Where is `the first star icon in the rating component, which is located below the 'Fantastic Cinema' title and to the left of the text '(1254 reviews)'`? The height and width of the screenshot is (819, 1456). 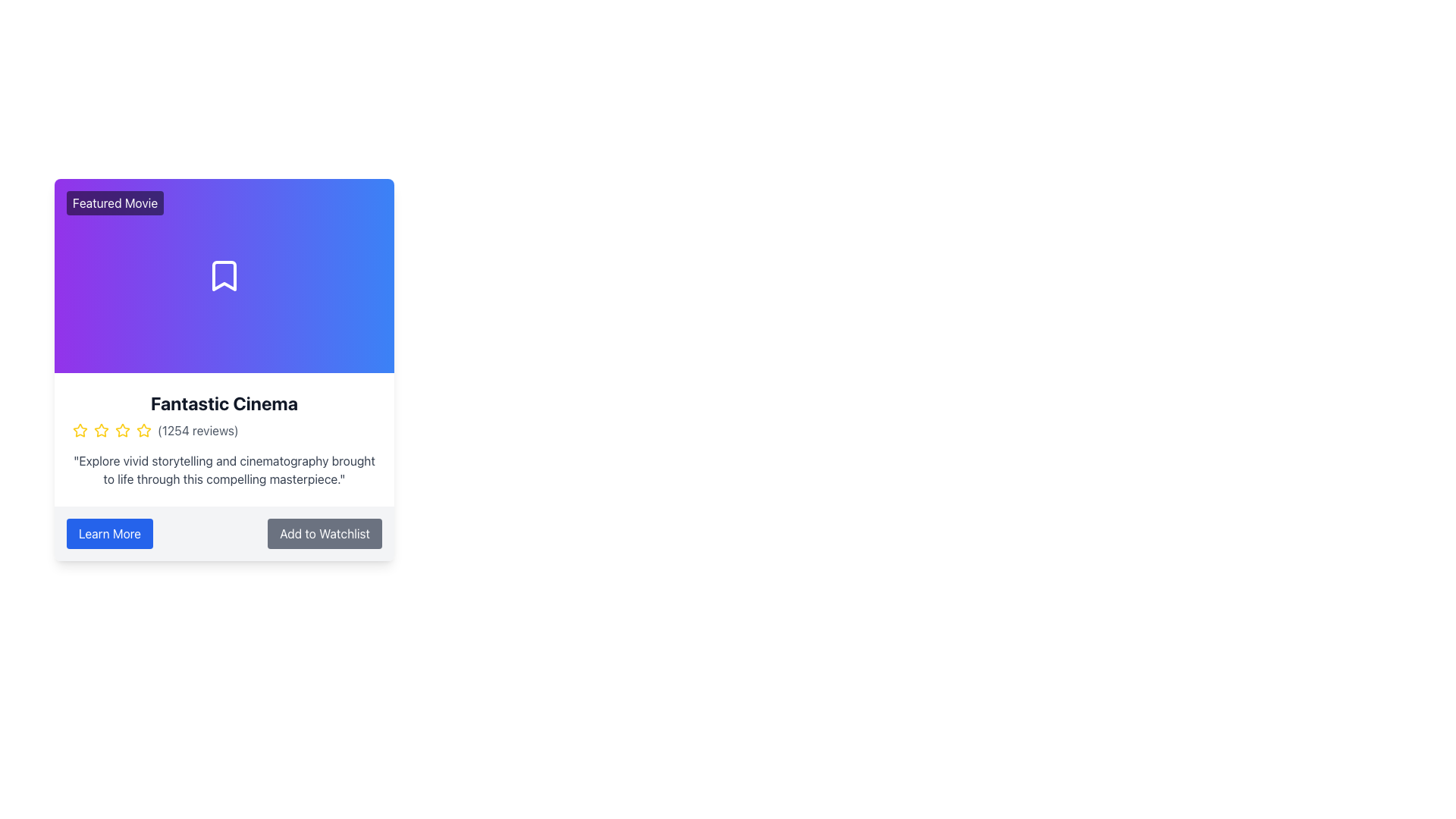 the first star icon in the rating component, which is located below the 'Fantastic Cinema' title and to the left of the text '(1254 reviews)' is located at coordinates (79, 430).